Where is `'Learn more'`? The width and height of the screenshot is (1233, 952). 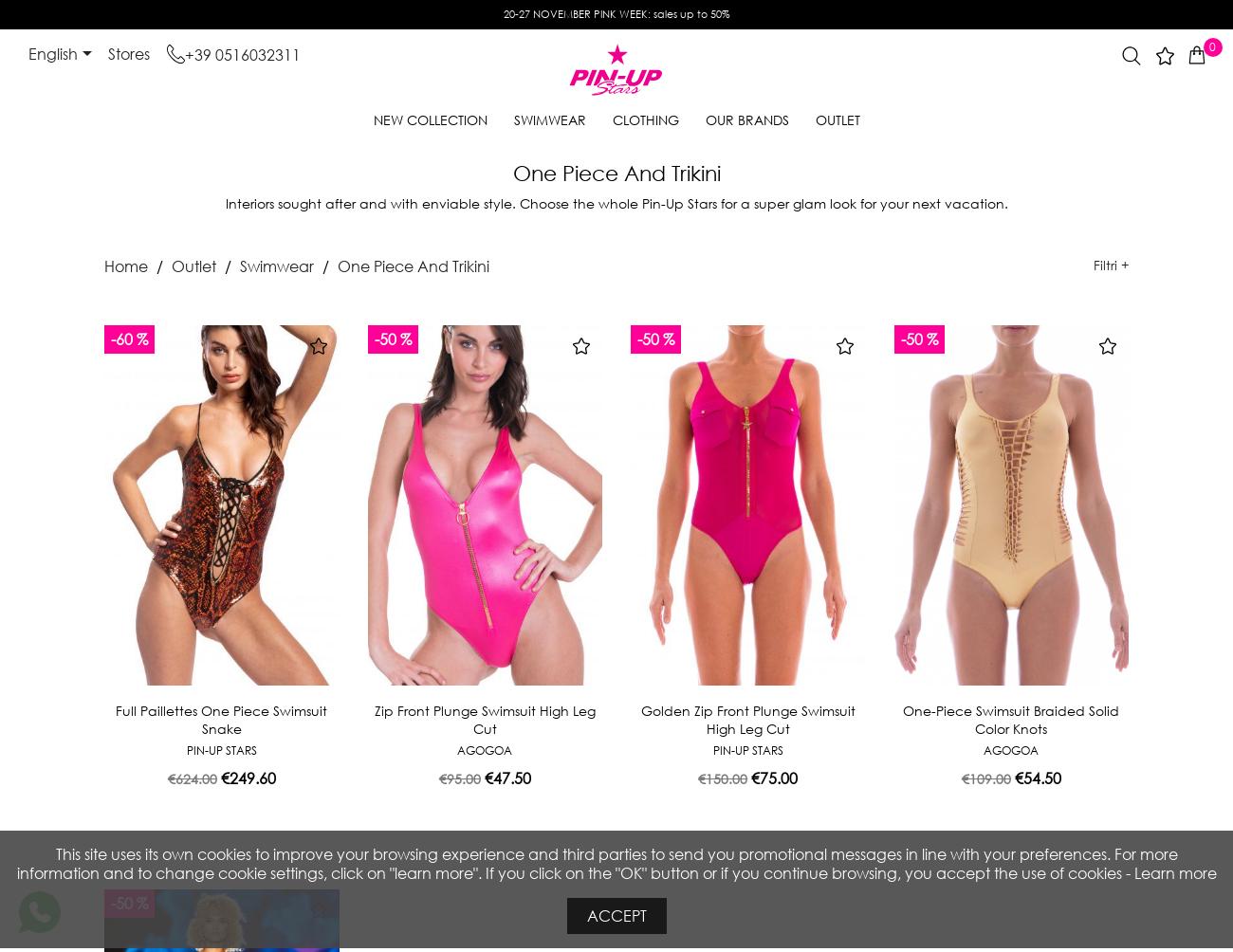 'Learn more' is located at coordinates (1173, 871).